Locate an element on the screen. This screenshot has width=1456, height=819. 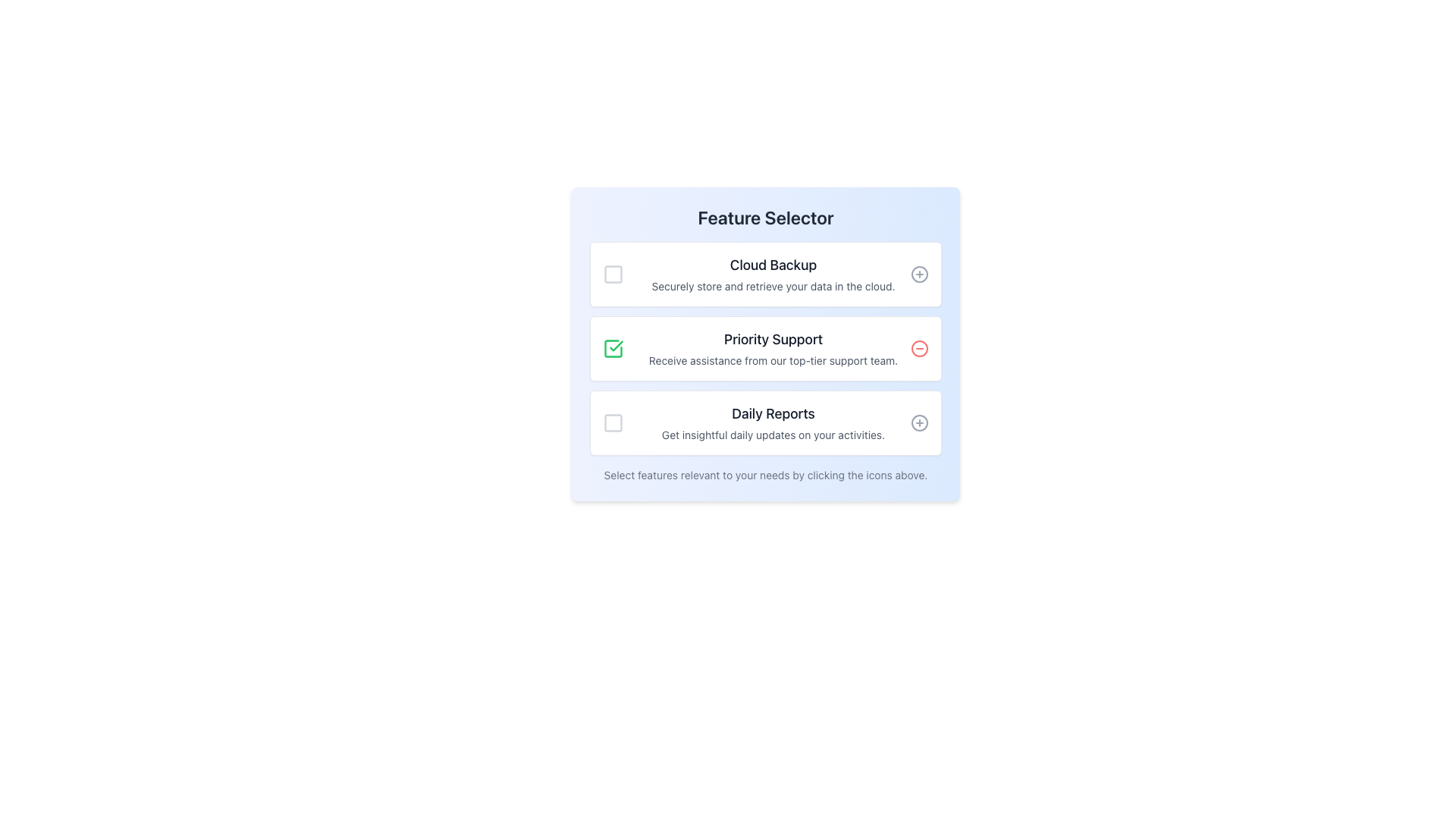
the Text Description Component titled 'Daily Reports', which includes the description 'Get insightful daily updates on your activities.' is located at coordinates (773, 423).